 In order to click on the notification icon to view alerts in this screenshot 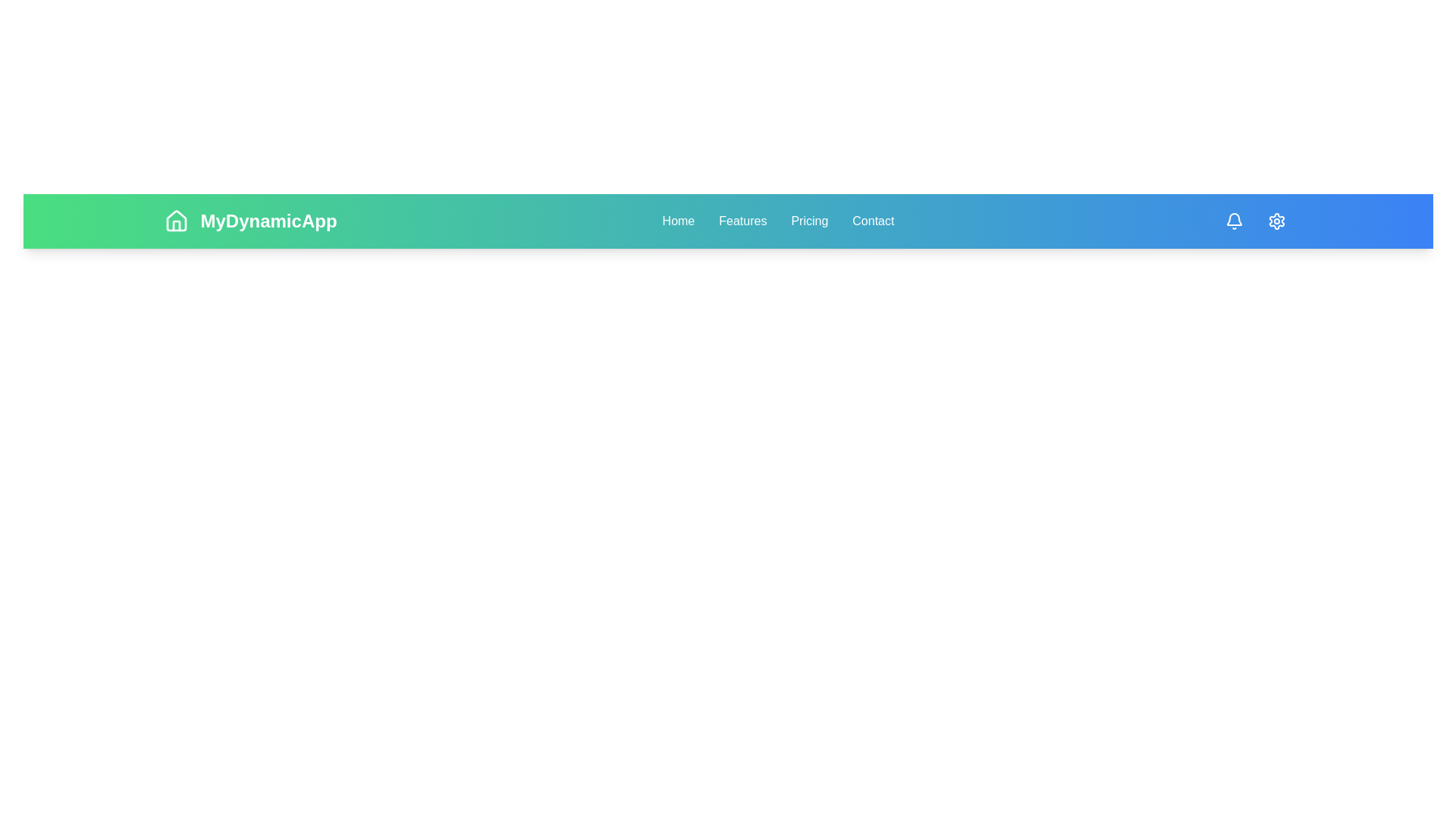, I will do `click(1235, 221)`.